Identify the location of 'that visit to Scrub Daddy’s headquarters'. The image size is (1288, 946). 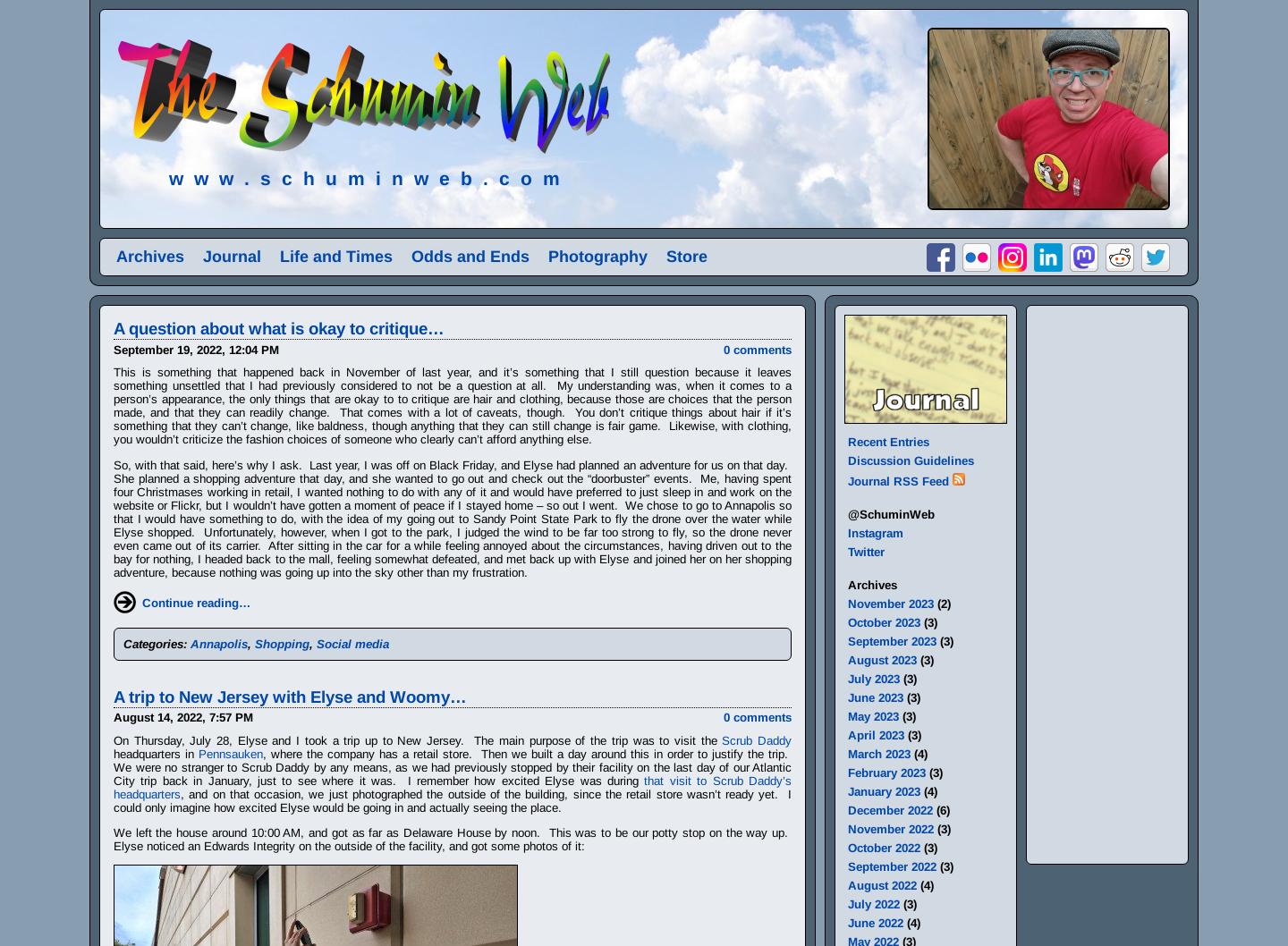
(452, 786).